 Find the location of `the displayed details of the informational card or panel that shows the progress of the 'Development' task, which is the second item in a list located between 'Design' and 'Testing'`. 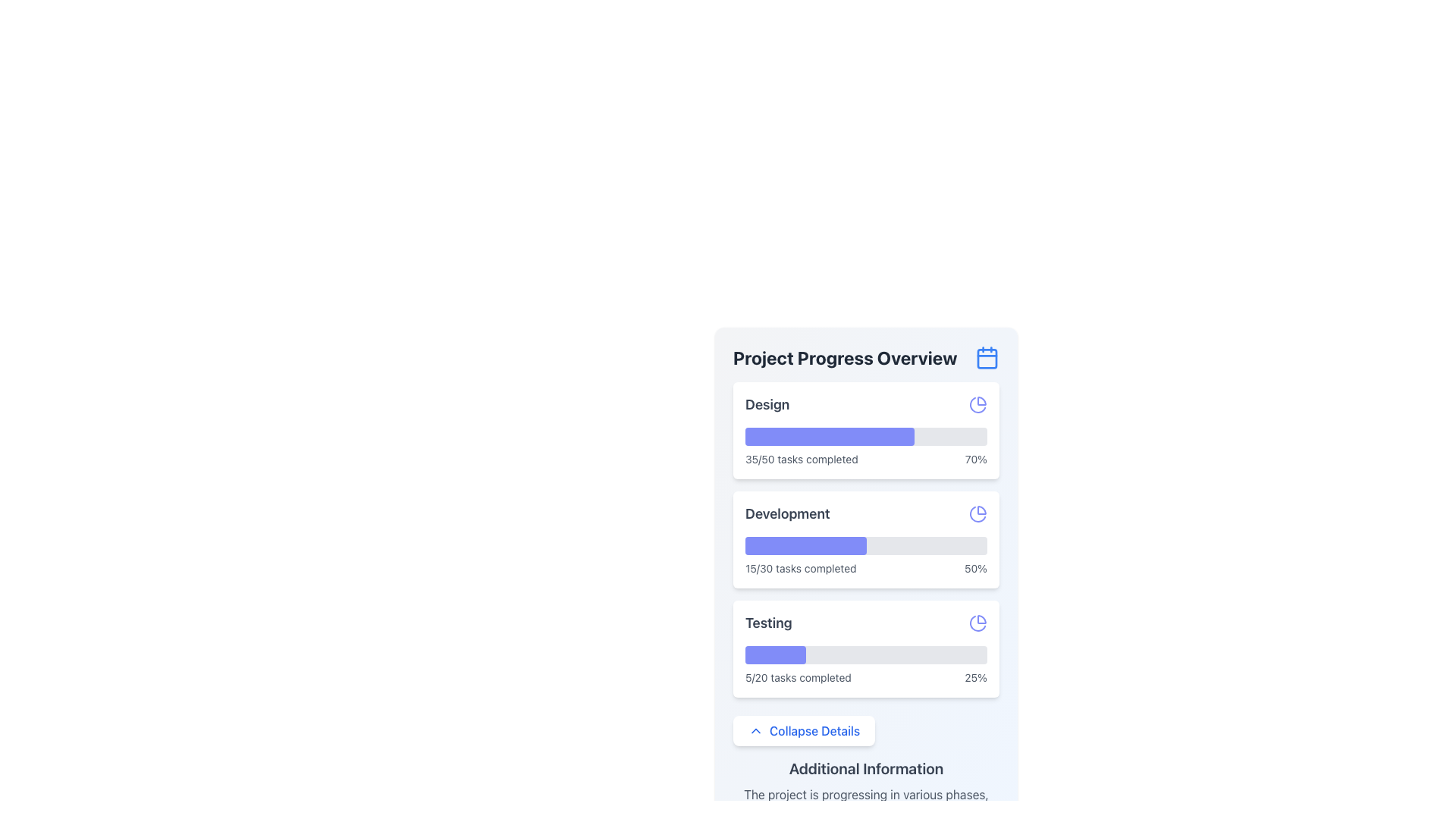

the displayed details of the informational card or panel that shows the progress of the 'Development' task, which is the second item in a list located between 'Design' and 'Testing' is located at coordinates (866, 539).